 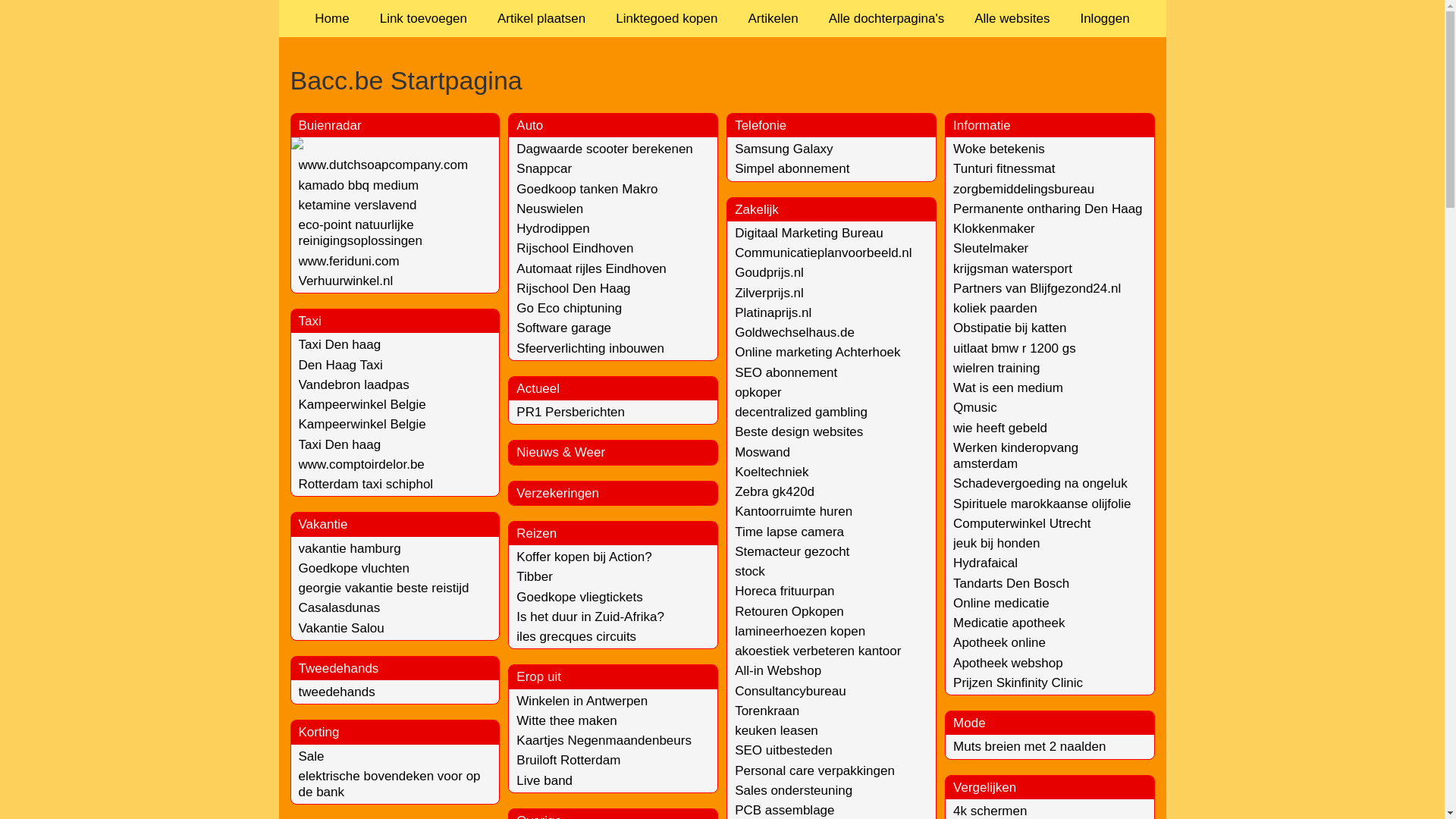 I want to click on 'Time lapse camera', so click(x=789, y=531).